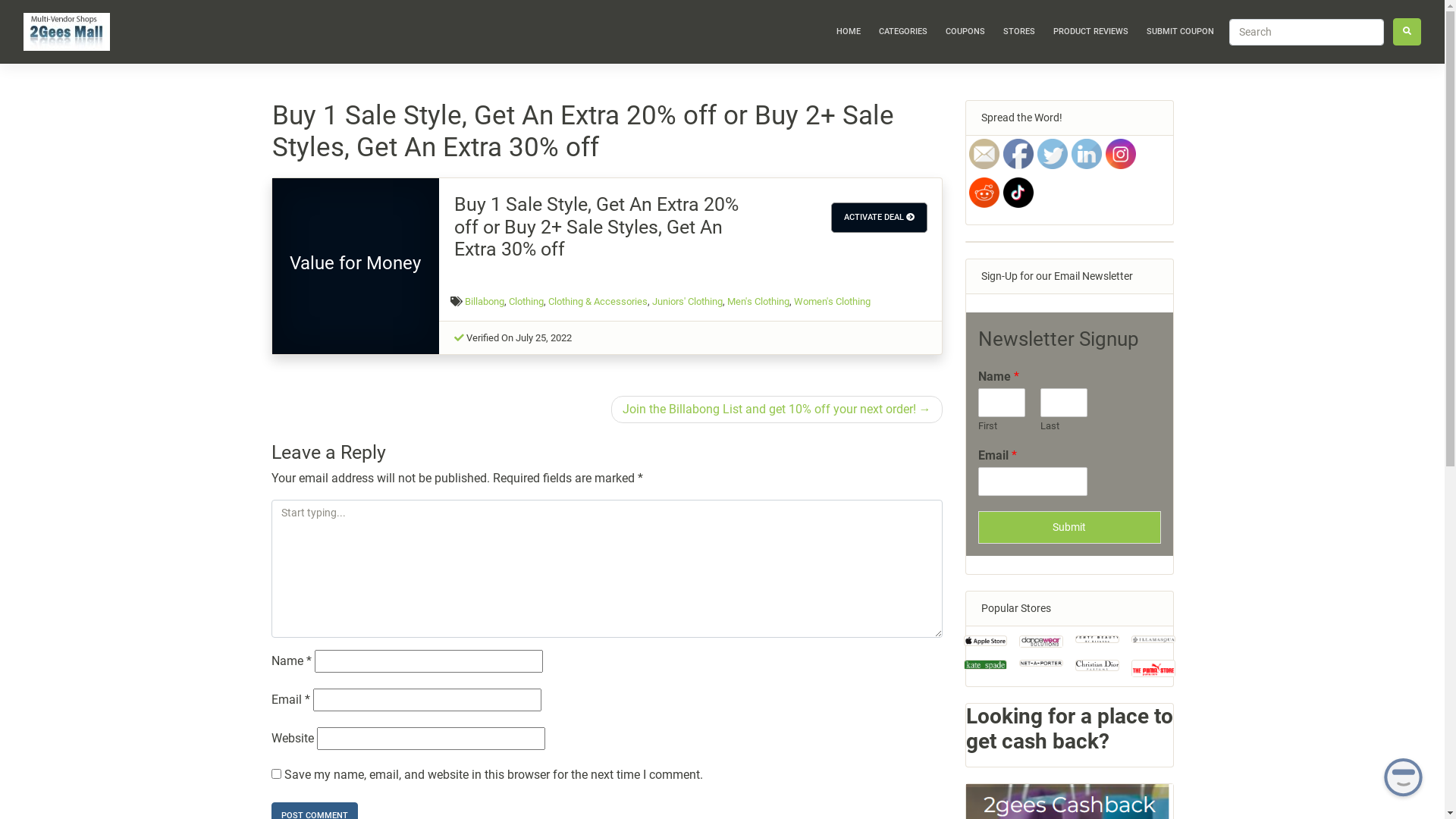 This screenshot has width=1456, height=819. I want to click on 'LinkedIn', so click(1084, 154).